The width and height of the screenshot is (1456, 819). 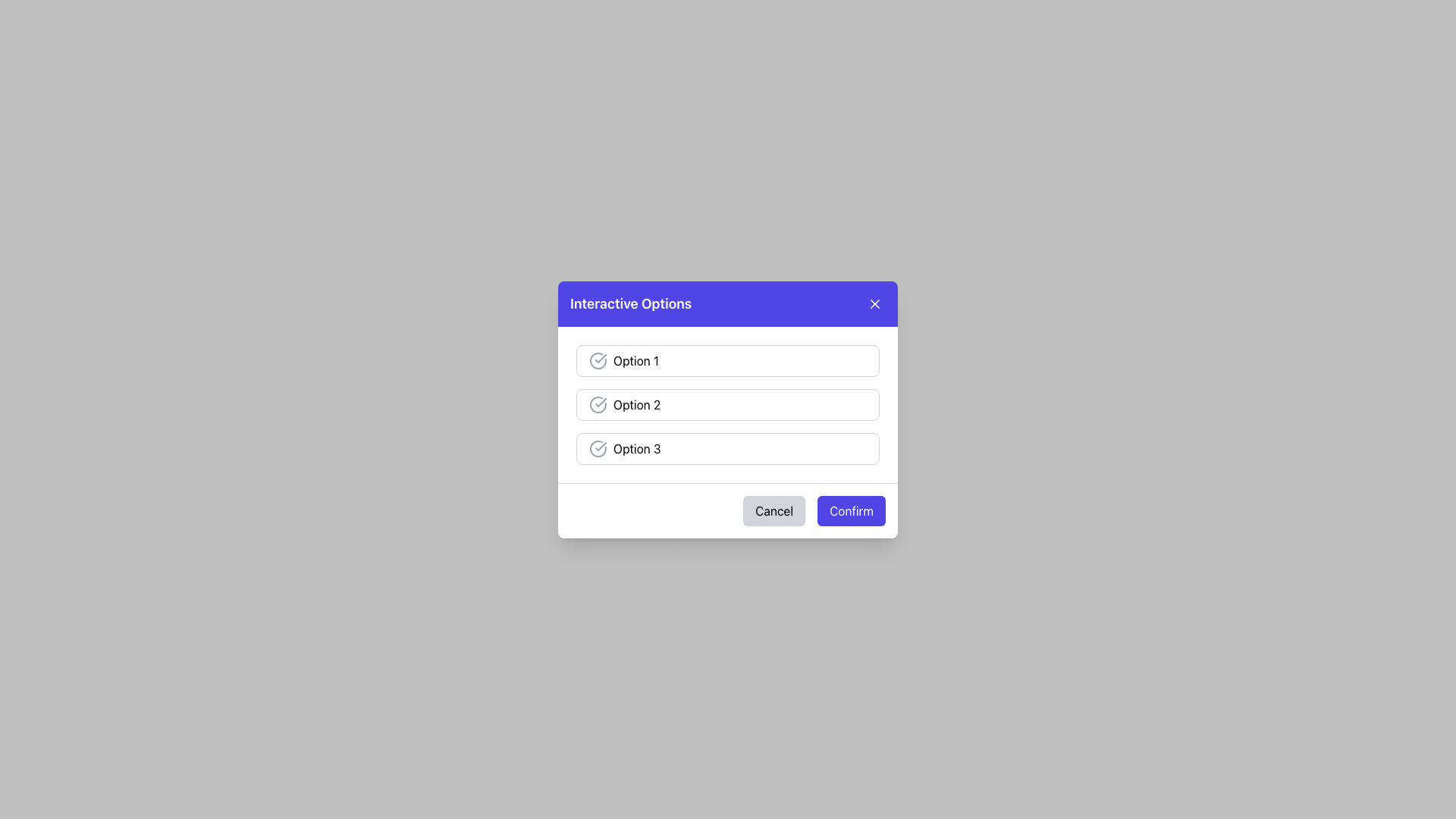 What do you see at coordinates (874, 303) in the screenshot?
I see `the close button shaped like an 'X' with white strokes on a purple background located in the top right corner of the 'Interactive Options' dialog box header` at bounding box center [874, 303].